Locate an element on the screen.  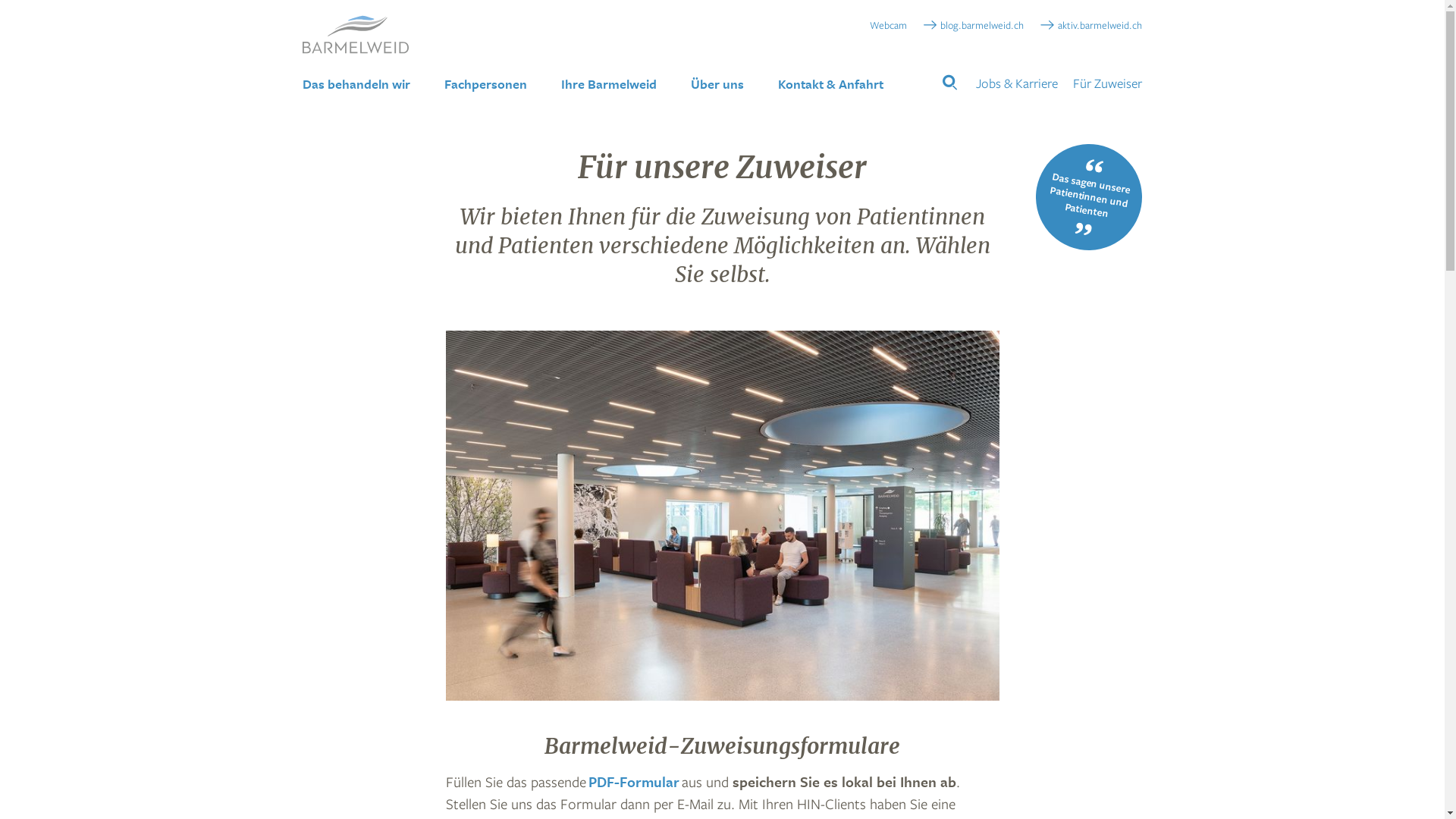
'Fachpersonen' is located at coordinates (485, 84).